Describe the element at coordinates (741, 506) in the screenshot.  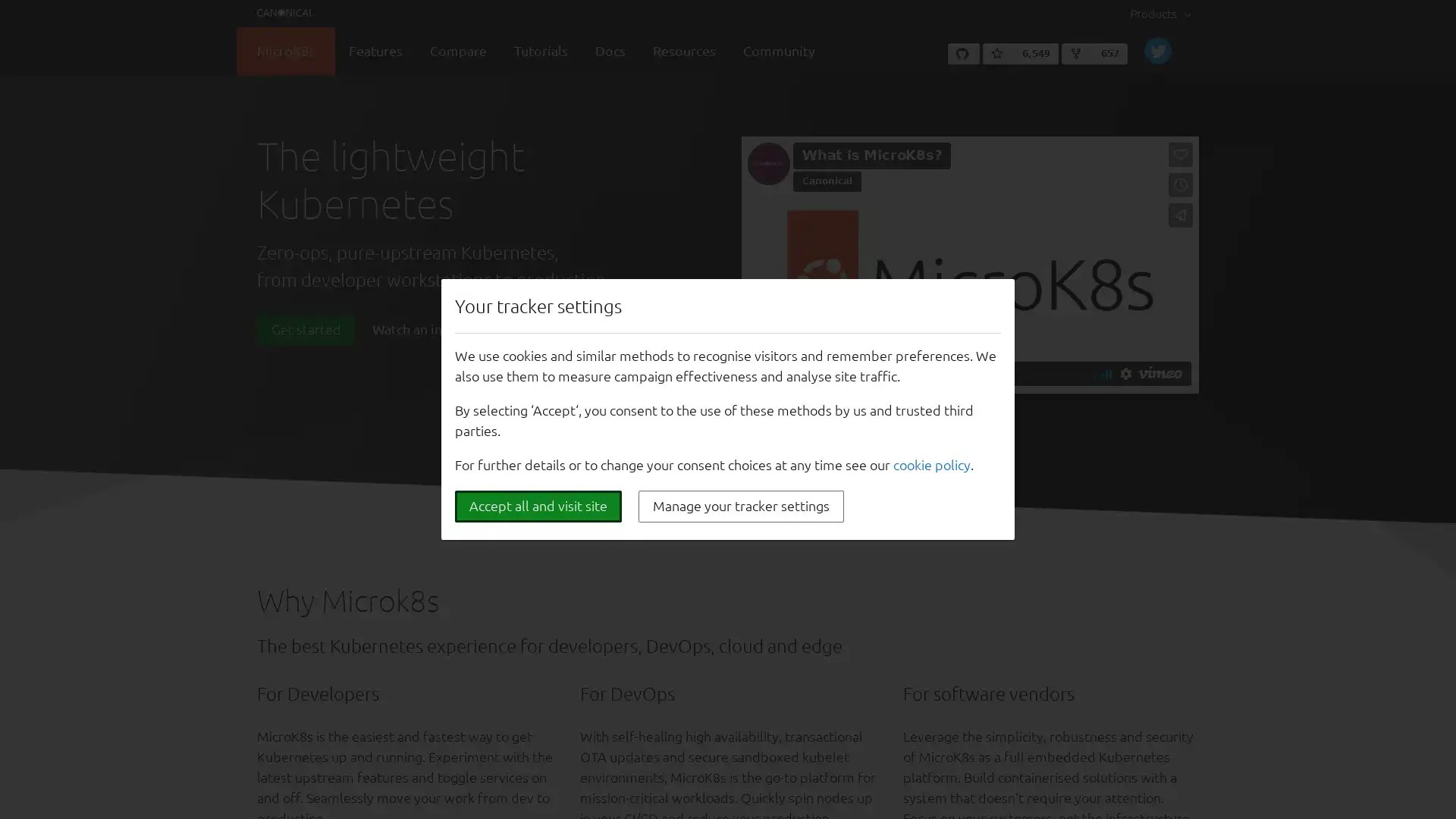
I see `Manage your tracker settings` at that location.